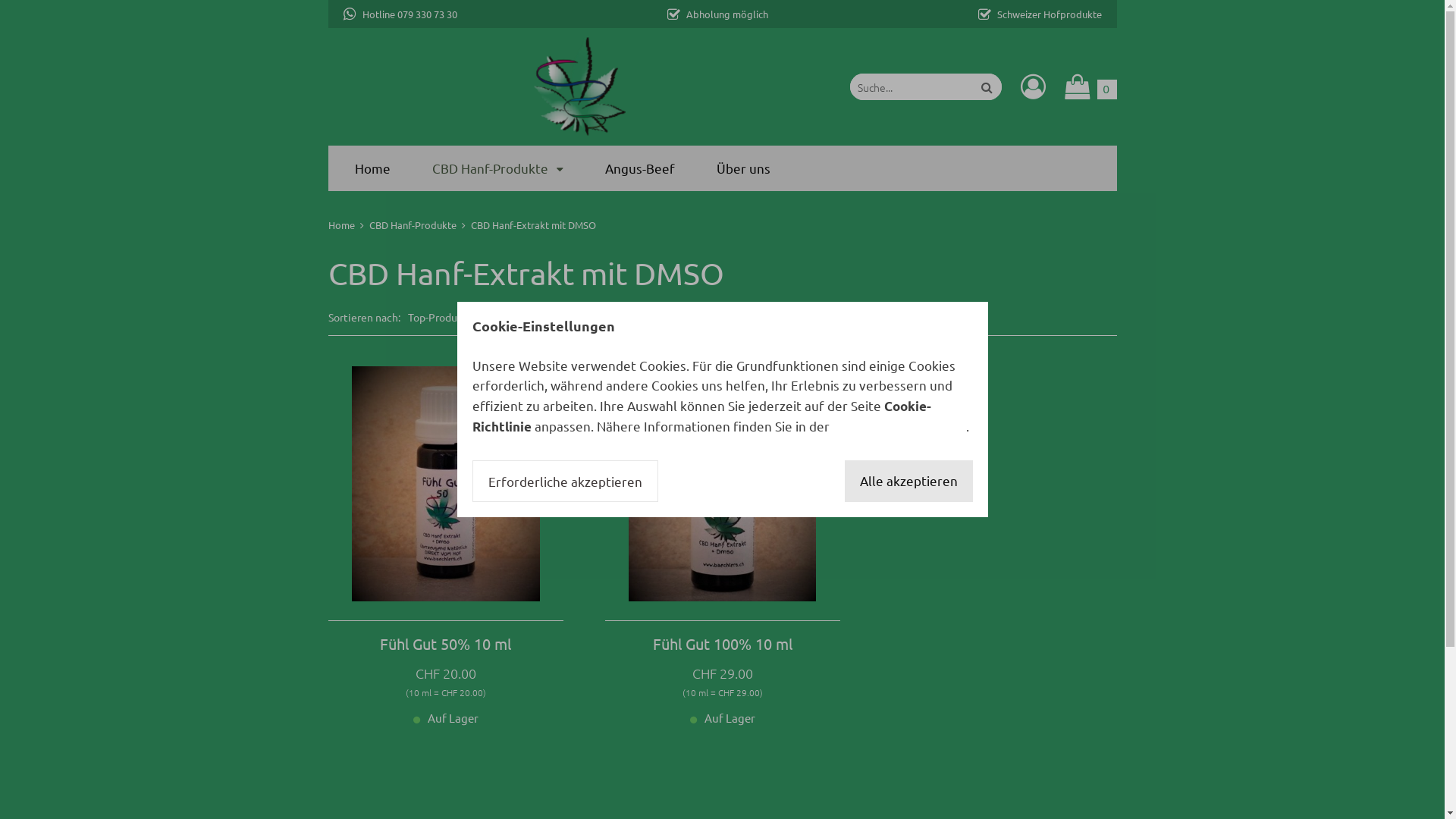  What do you see at coordinates (471, 482) in the screenshot?
I see `'Erforderliche akzeptieren'` at bounding box center [471, 482].